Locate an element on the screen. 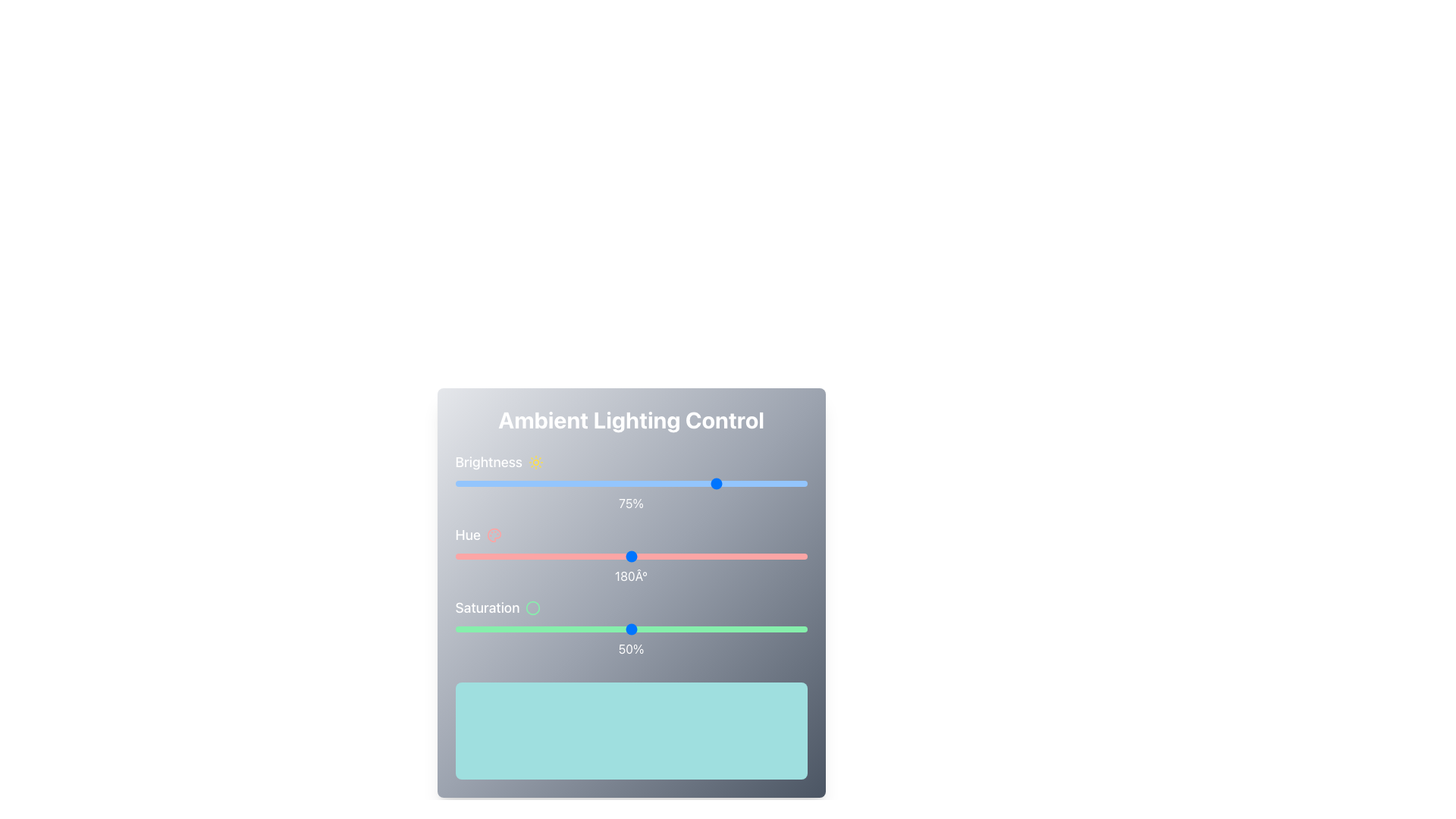 This screenshot has height=819, width=1456. hue is located at coordinates (553, 556).